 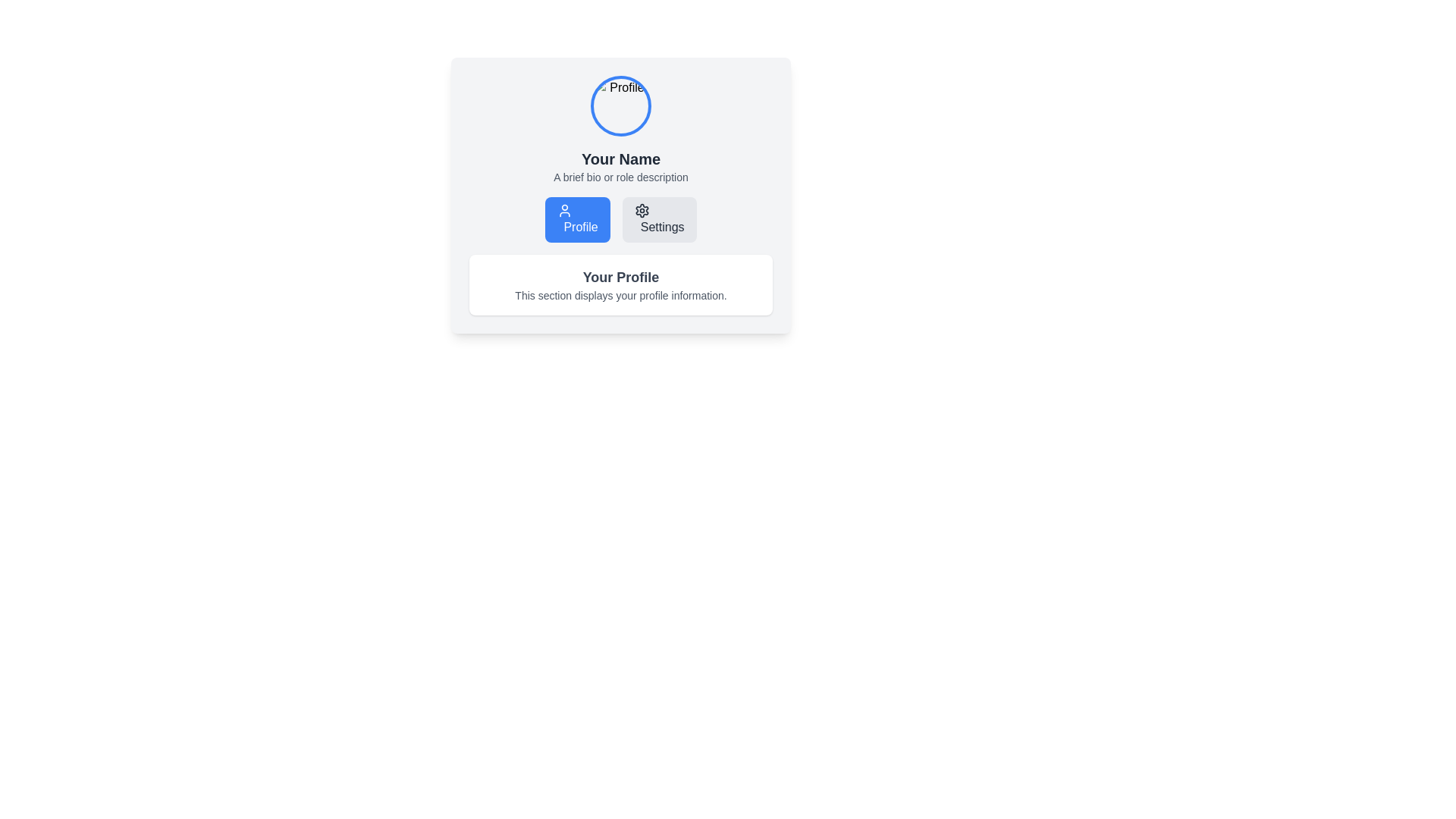 What do you see at coordinates (621, 284) in the screenshot?
I see `the central text block that provides a heading and description for the profile section to understand the context of the section` at bounding box center [621, 284].